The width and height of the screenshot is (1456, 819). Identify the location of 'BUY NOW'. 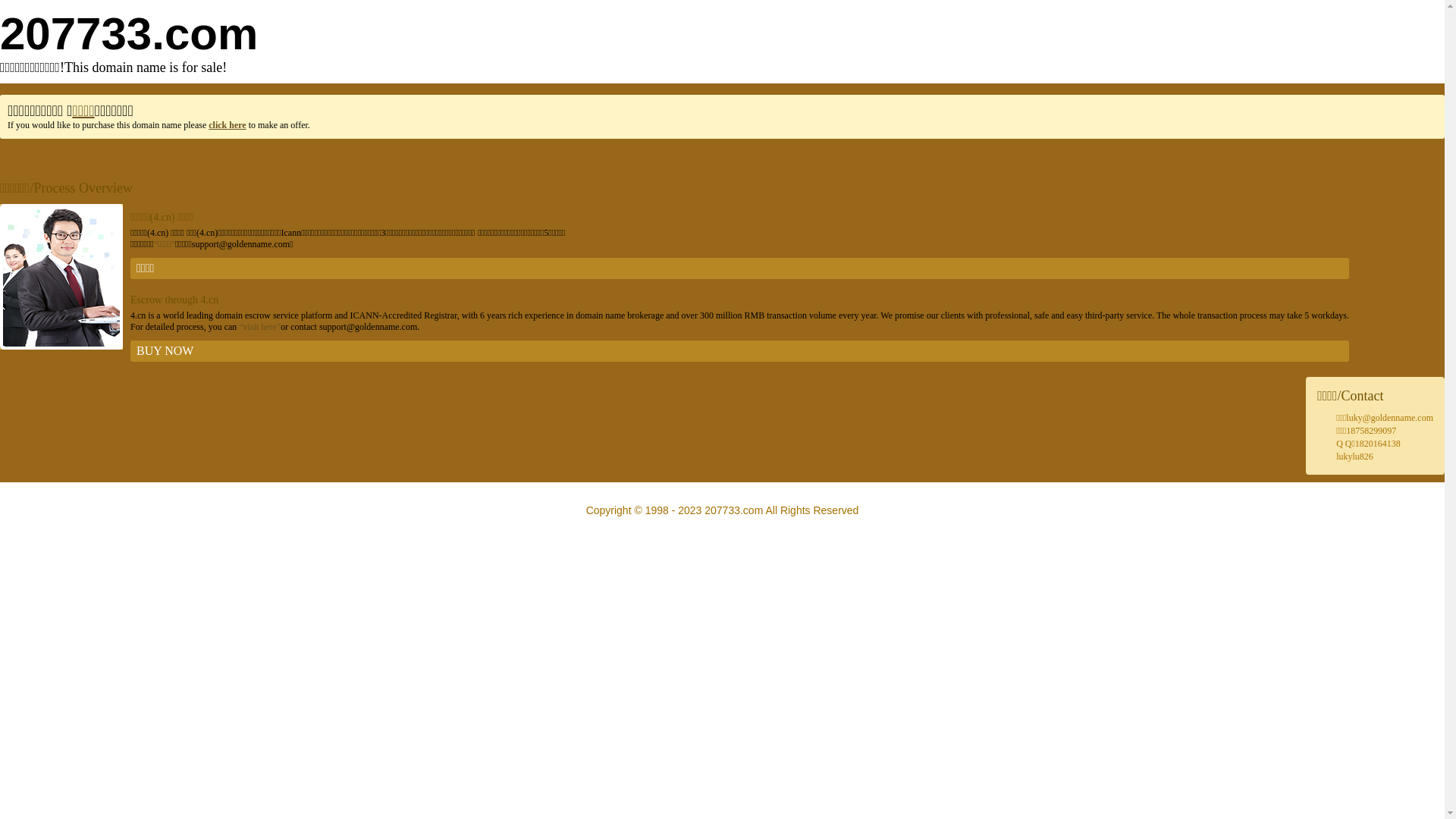
(130, 350).